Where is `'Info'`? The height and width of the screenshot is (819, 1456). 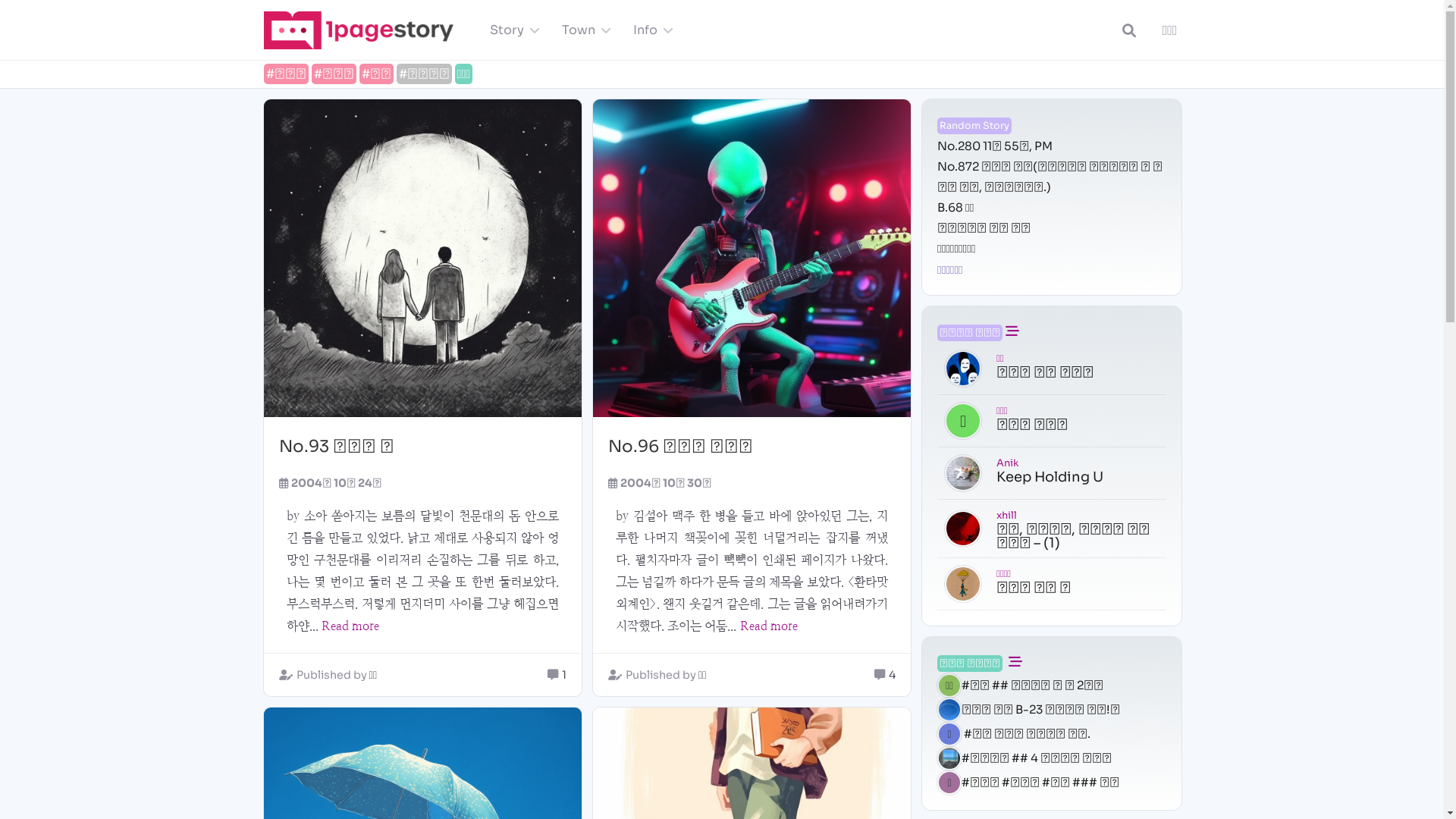 'Info' is located at coordinates (648, 30).